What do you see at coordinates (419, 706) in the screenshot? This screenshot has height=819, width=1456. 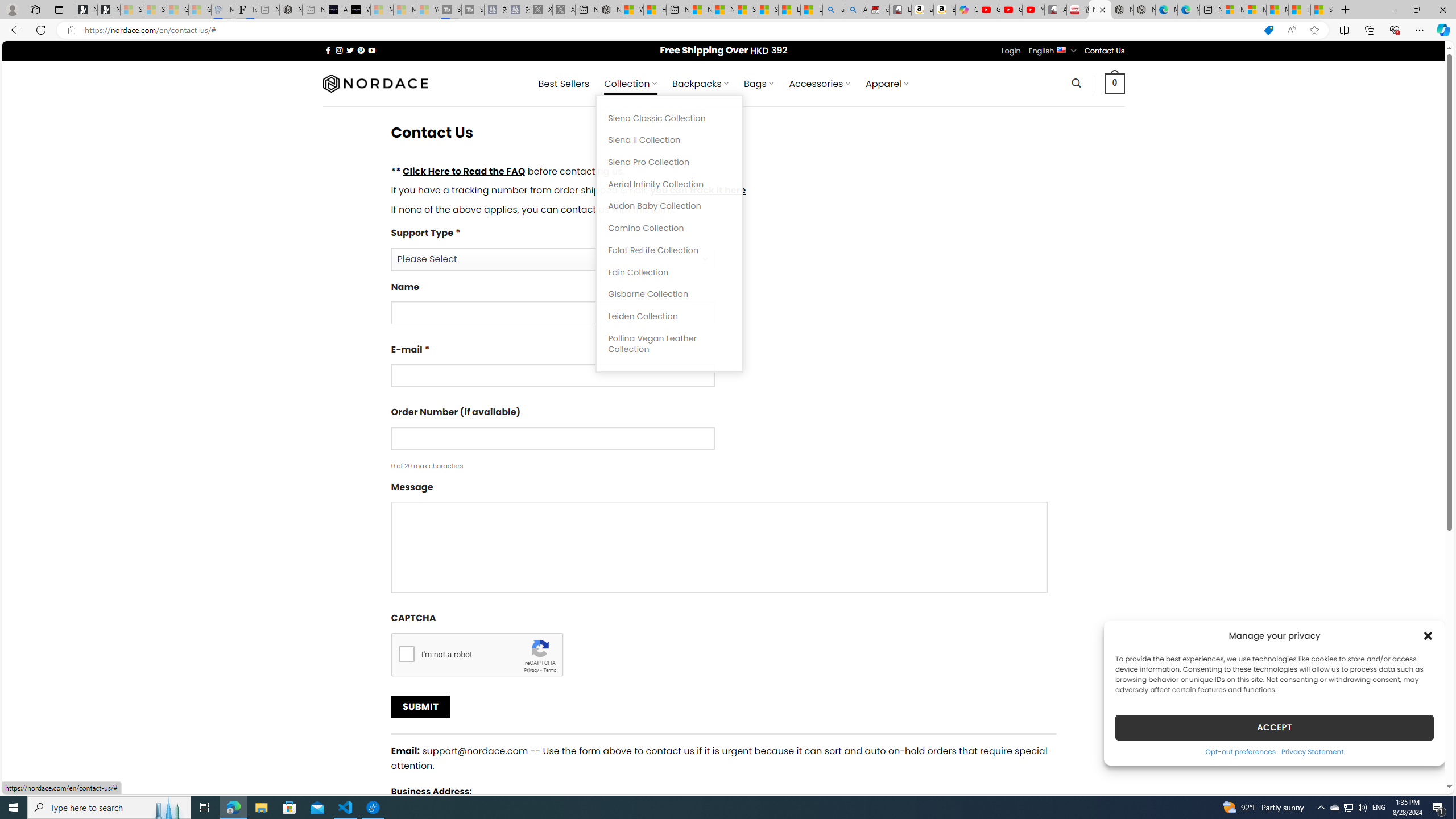 I see `'Submit'` at bounding box center [419, 706].